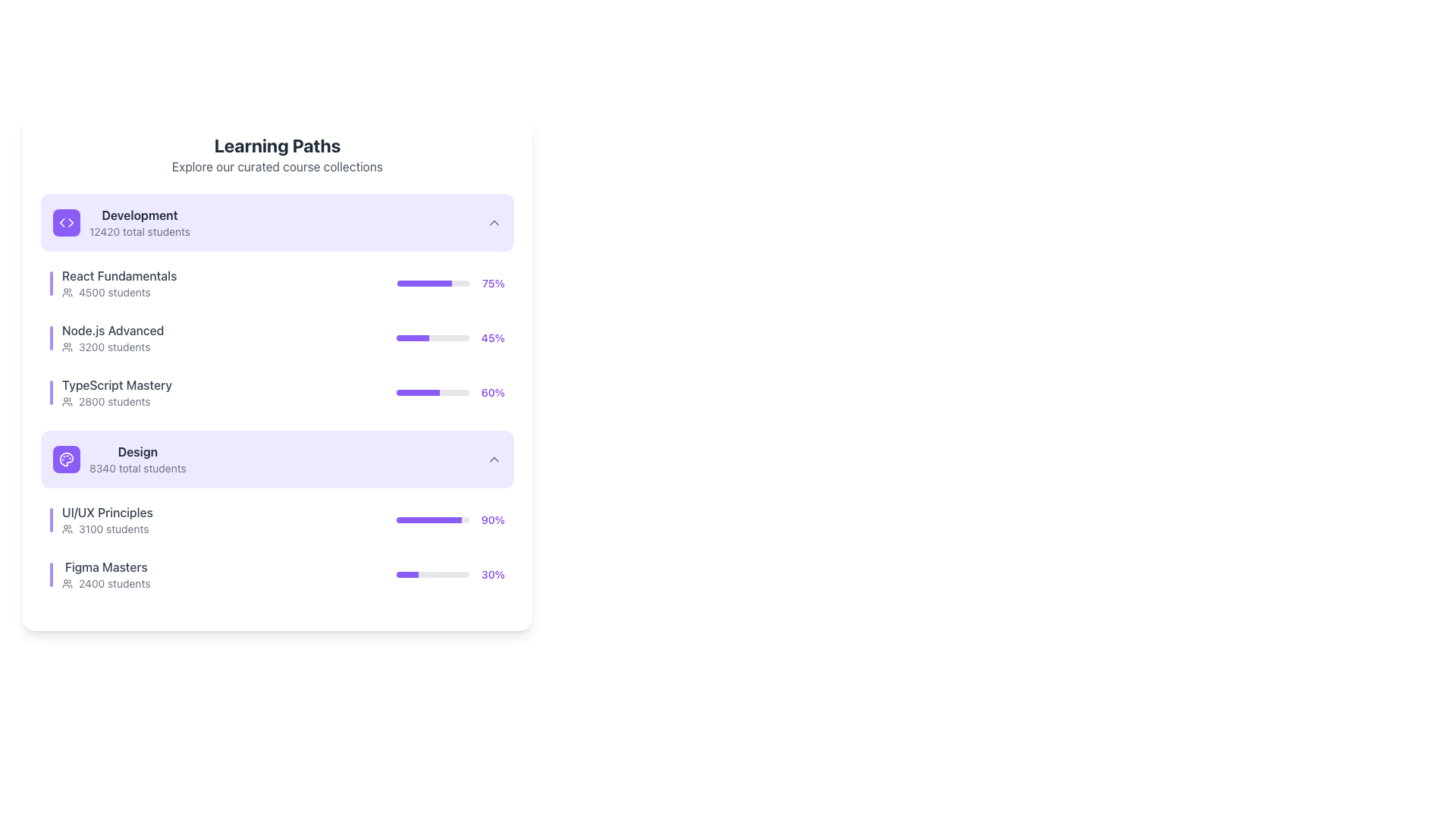  What do you see at coordinates (112, 347) in the screenshot?
I see `the text indicating '3200 students' with an accompanying user group icon located in the 'Development' section under the 'Node.js Advanced' course listing` at bounding box center [112, 347].